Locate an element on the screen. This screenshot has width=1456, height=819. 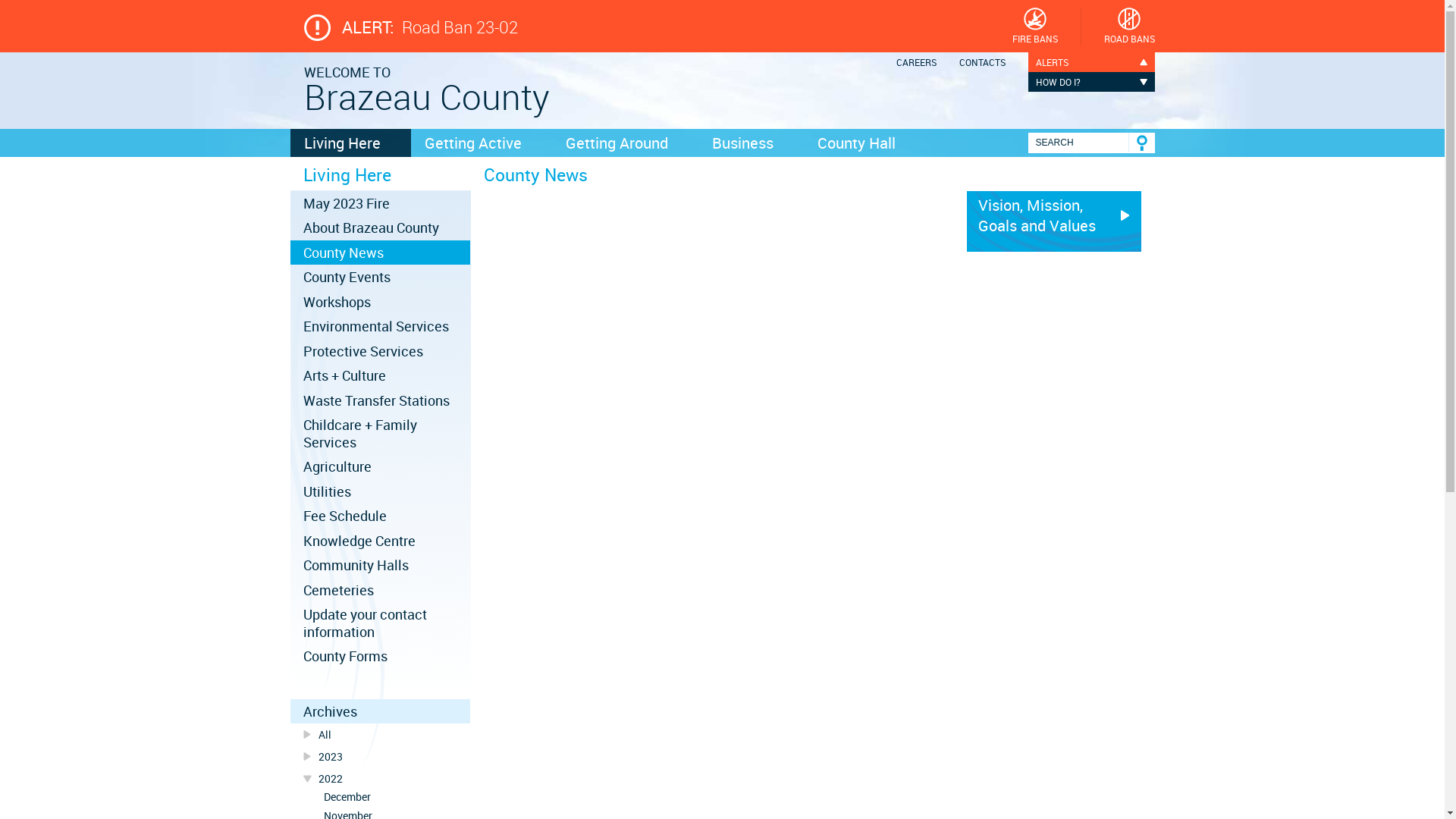
'Workshops' is located at coordinates (379, 301).